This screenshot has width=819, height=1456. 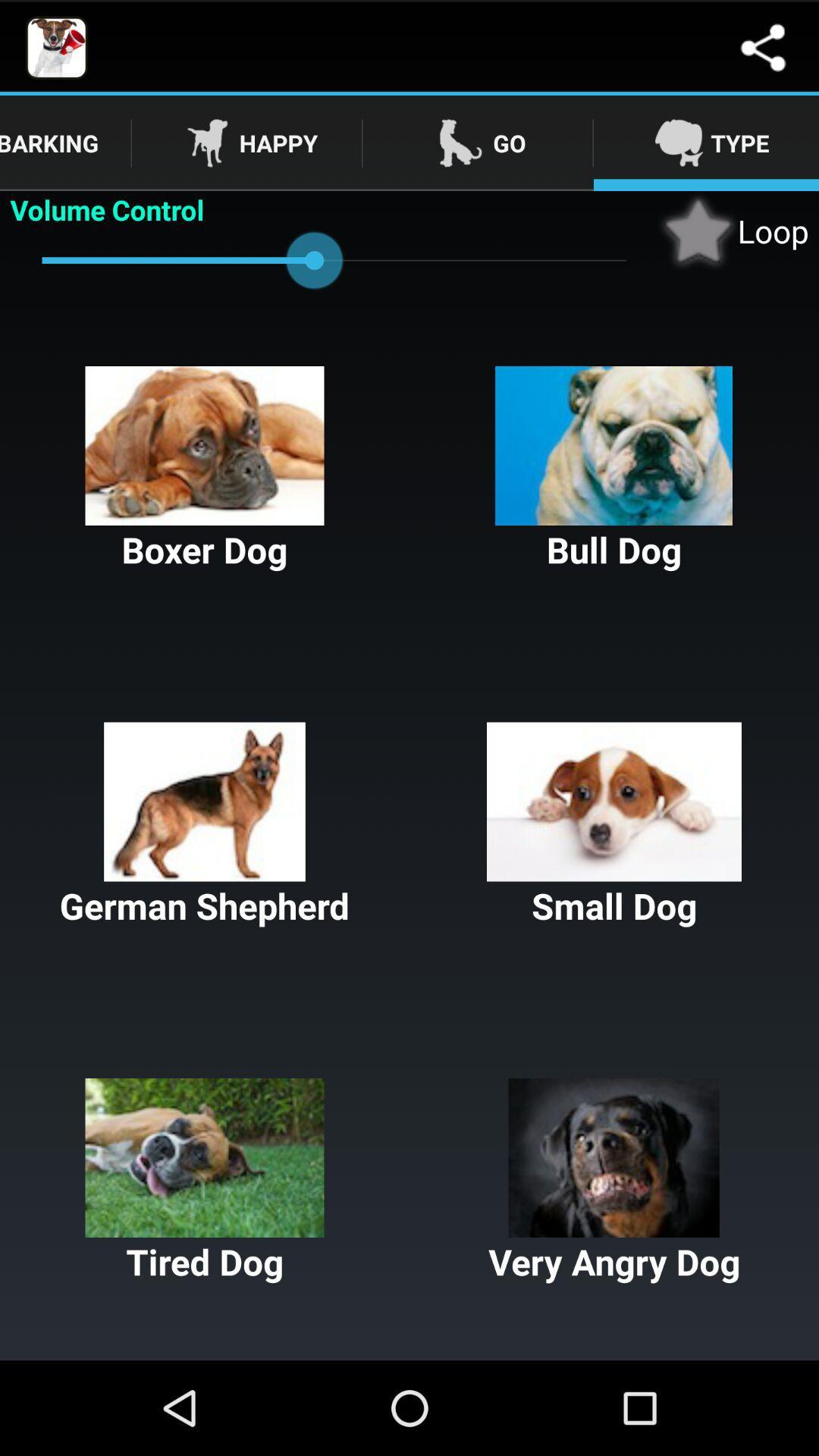 What do you see at coordinates (205, 1181) in the screenshot?
I see `the button below german shepherd icon` at bounding box center [205, 1181].